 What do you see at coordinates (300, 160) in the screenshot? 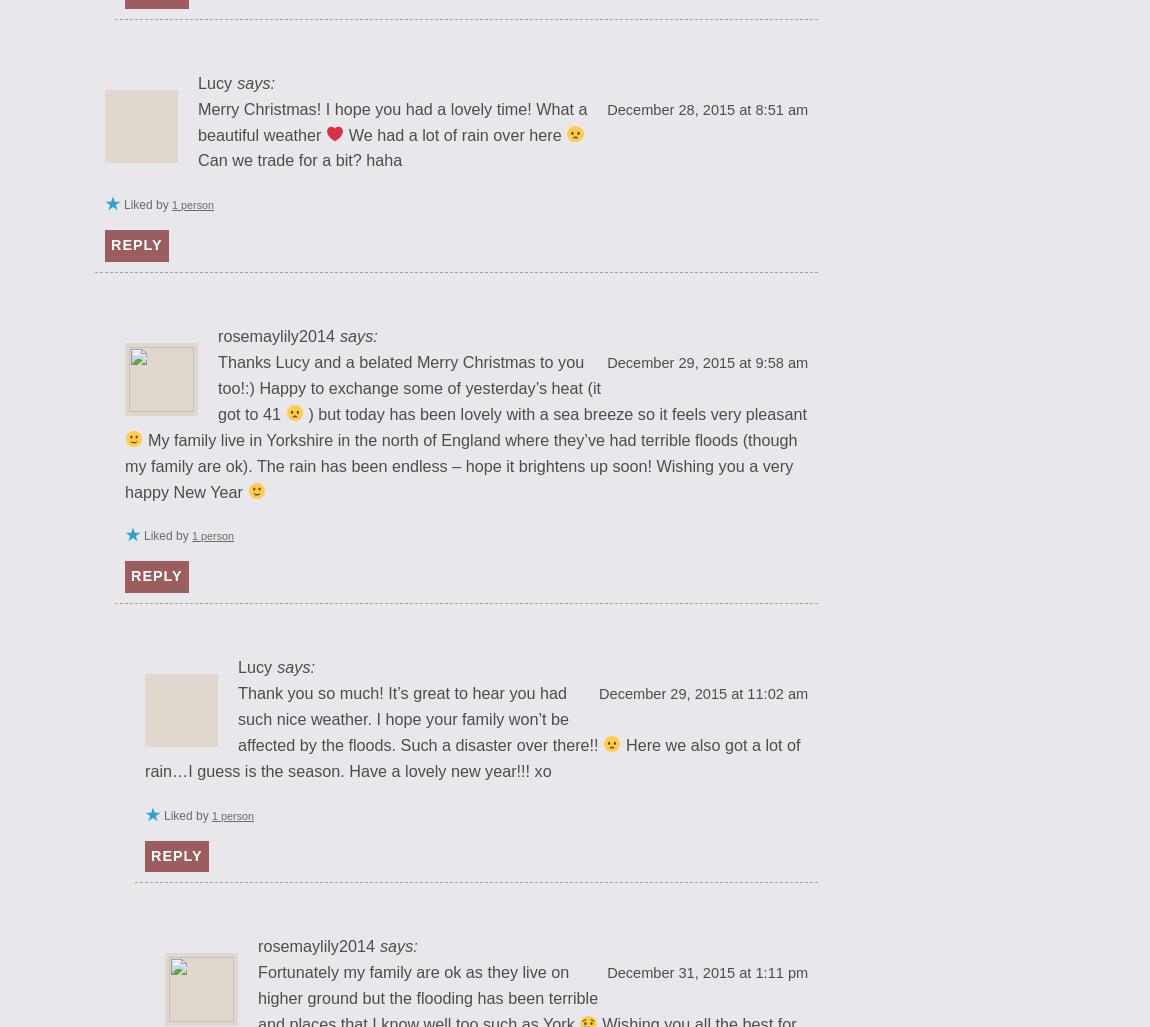
I see `'Can we trade for a bit? haha'` at bounding box center [300, 160].